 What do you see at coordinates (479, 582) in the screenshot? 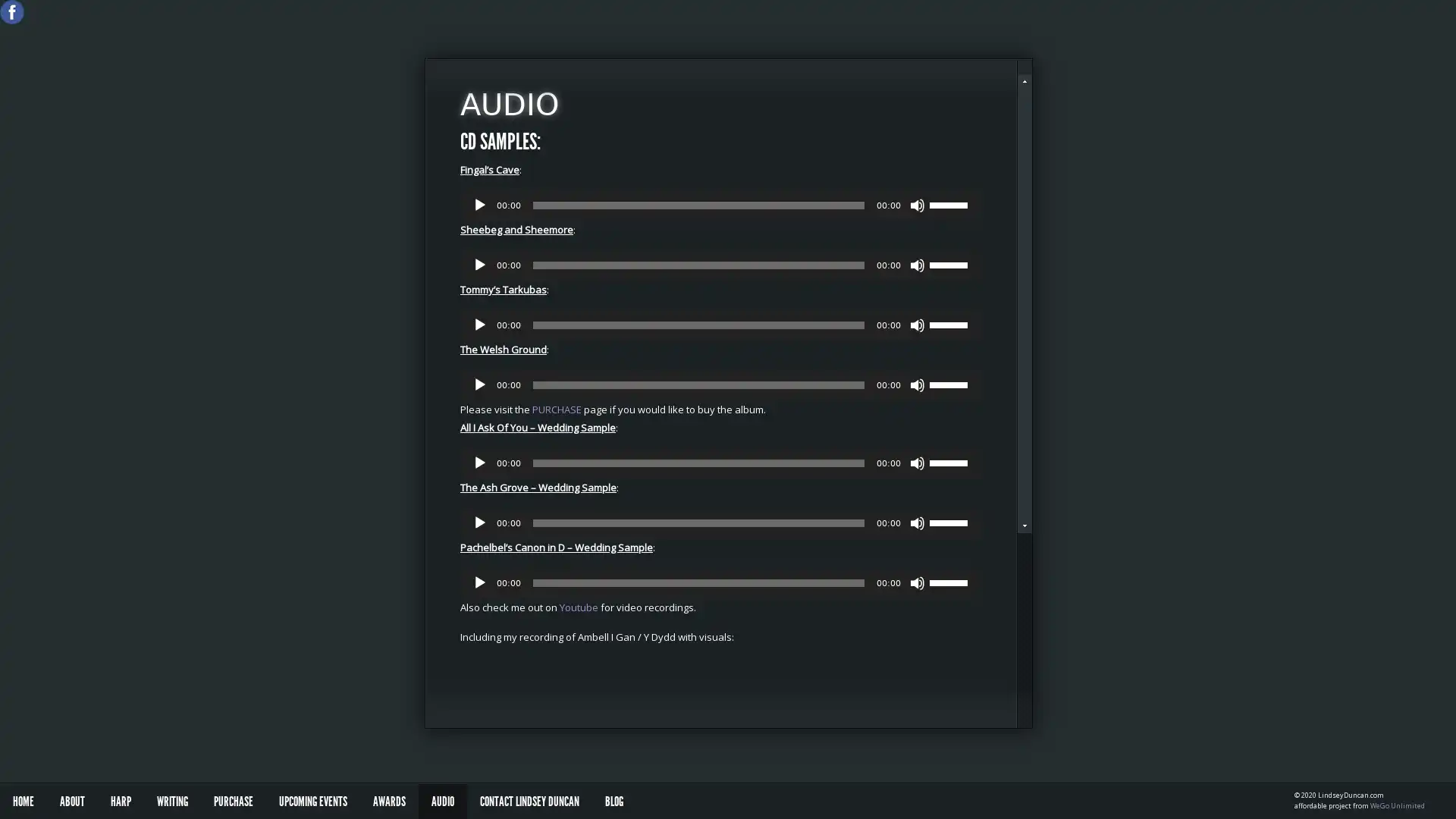
I see `Play` at bounding box center [479, 582].